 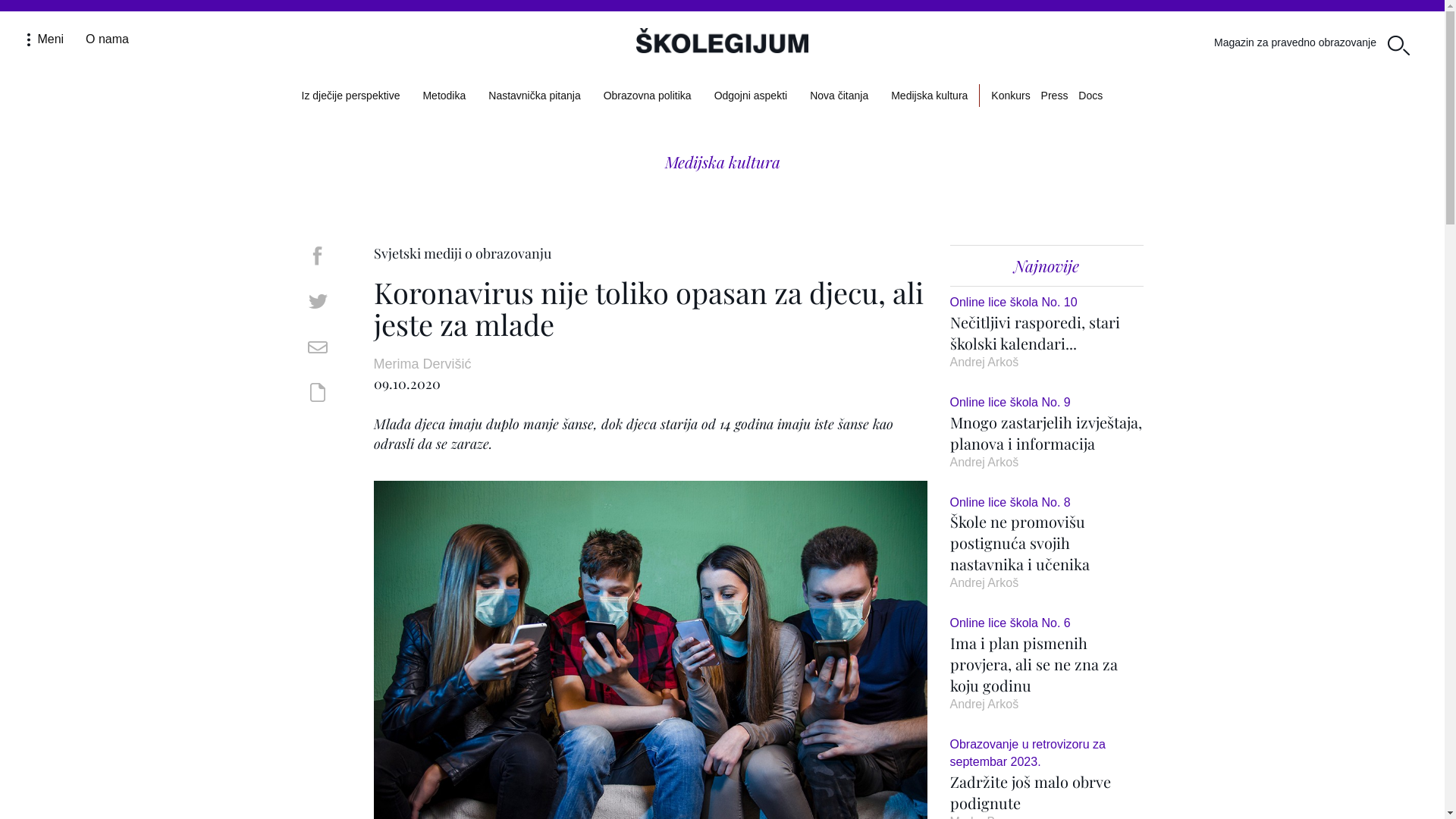 I want to click on 'Metodika', so click(x=443, y=96).